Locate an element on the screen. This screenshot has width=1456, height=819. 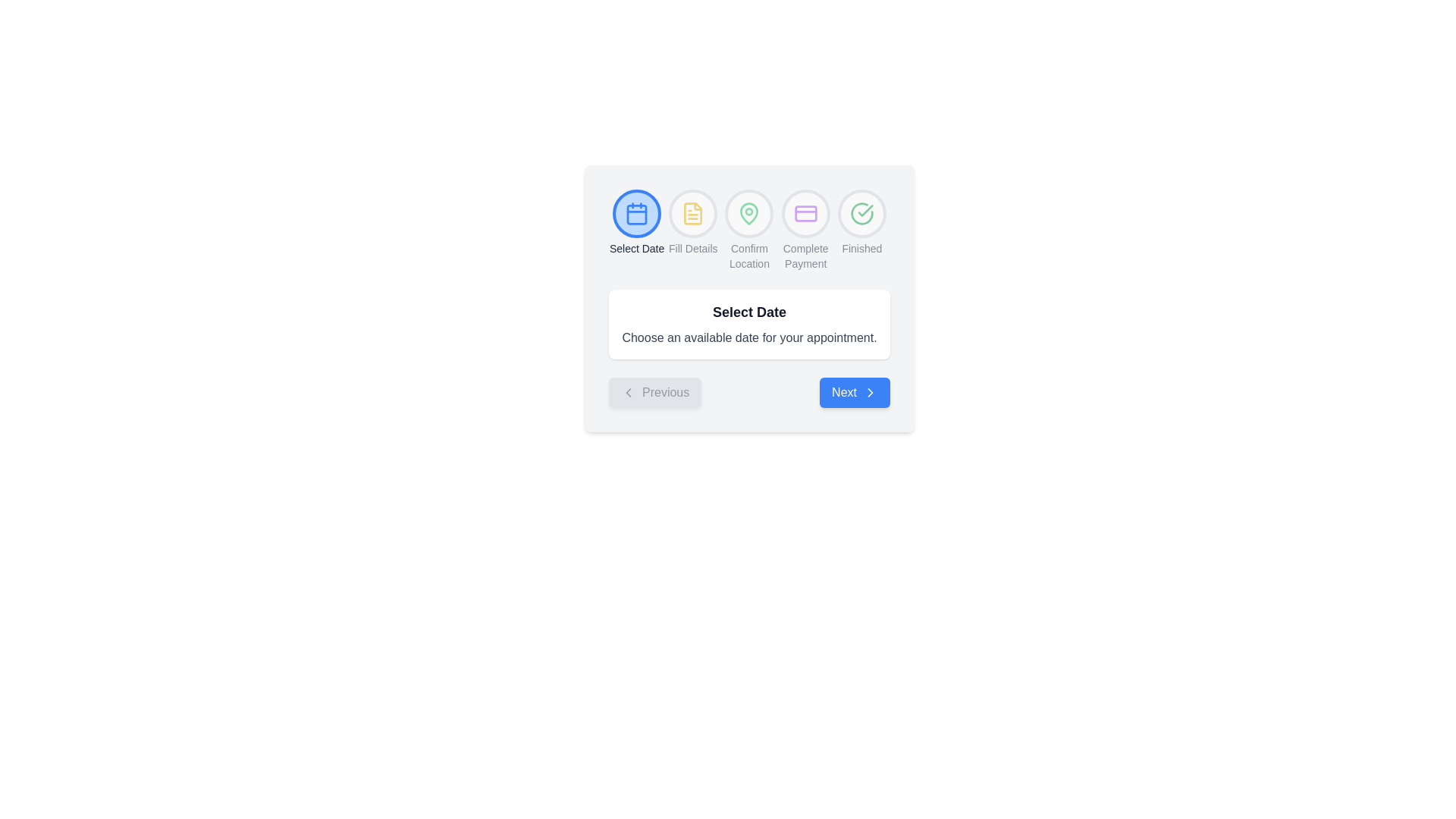
the informational Text label located between the 'Select Date' and 'Confirm Location' steps in the multi-step navigation system is located at coordinates (692, 247).